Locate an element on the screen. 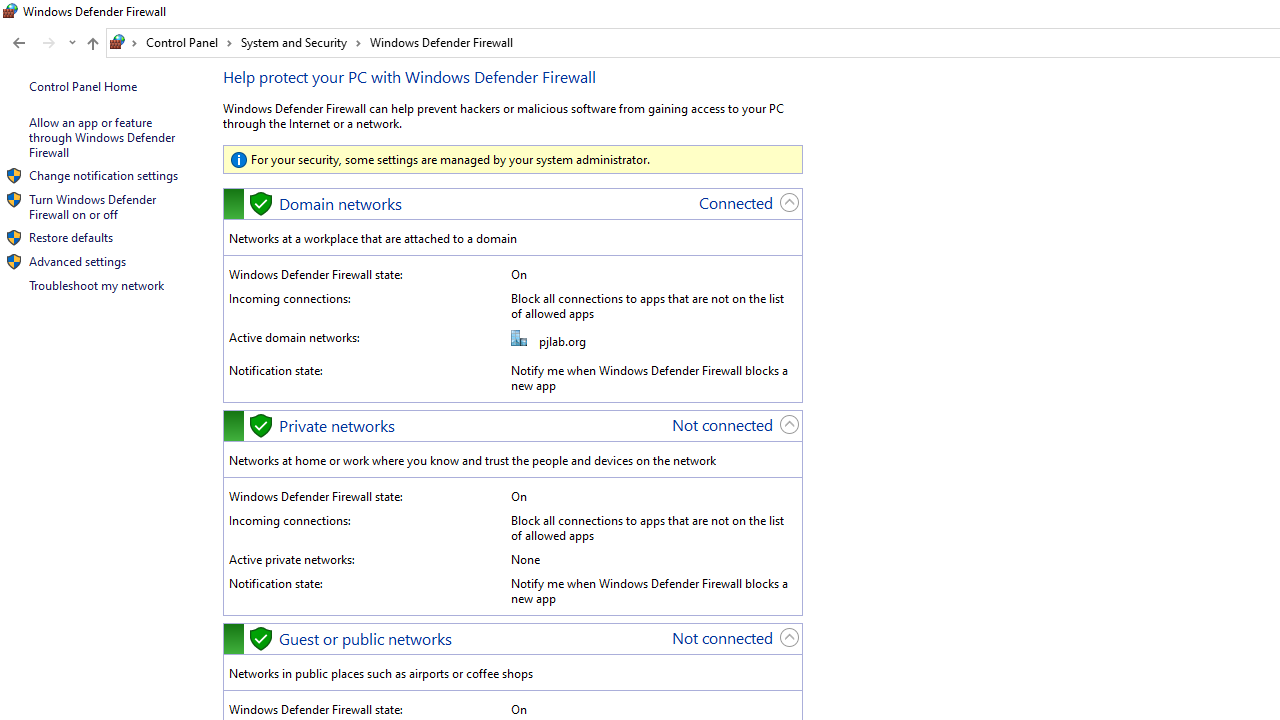  'Navigation buttons' is located at coordinates (42, 43).